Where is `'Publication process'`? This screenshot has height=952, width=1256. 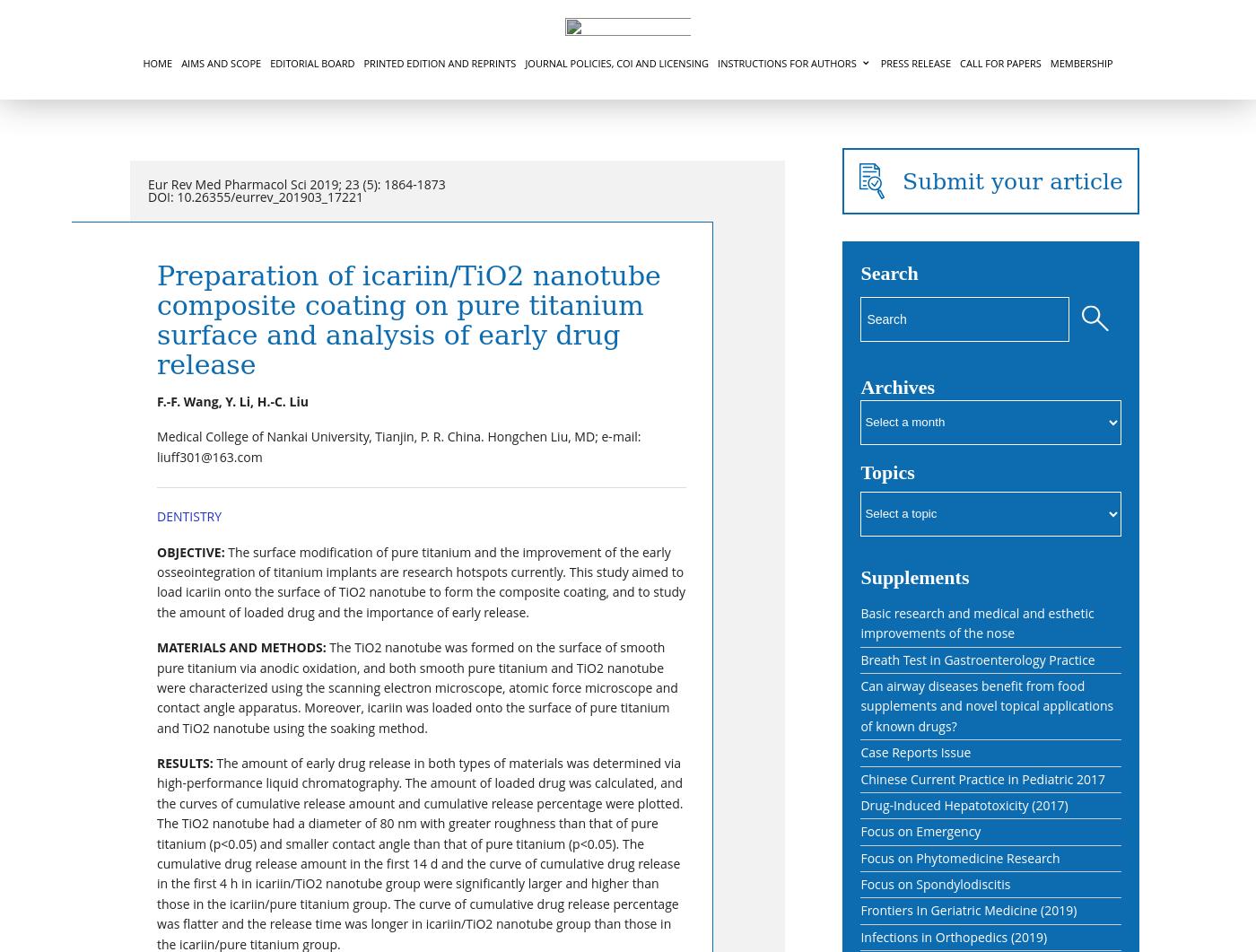 'Publication process' is located at coordinates (730, 192).